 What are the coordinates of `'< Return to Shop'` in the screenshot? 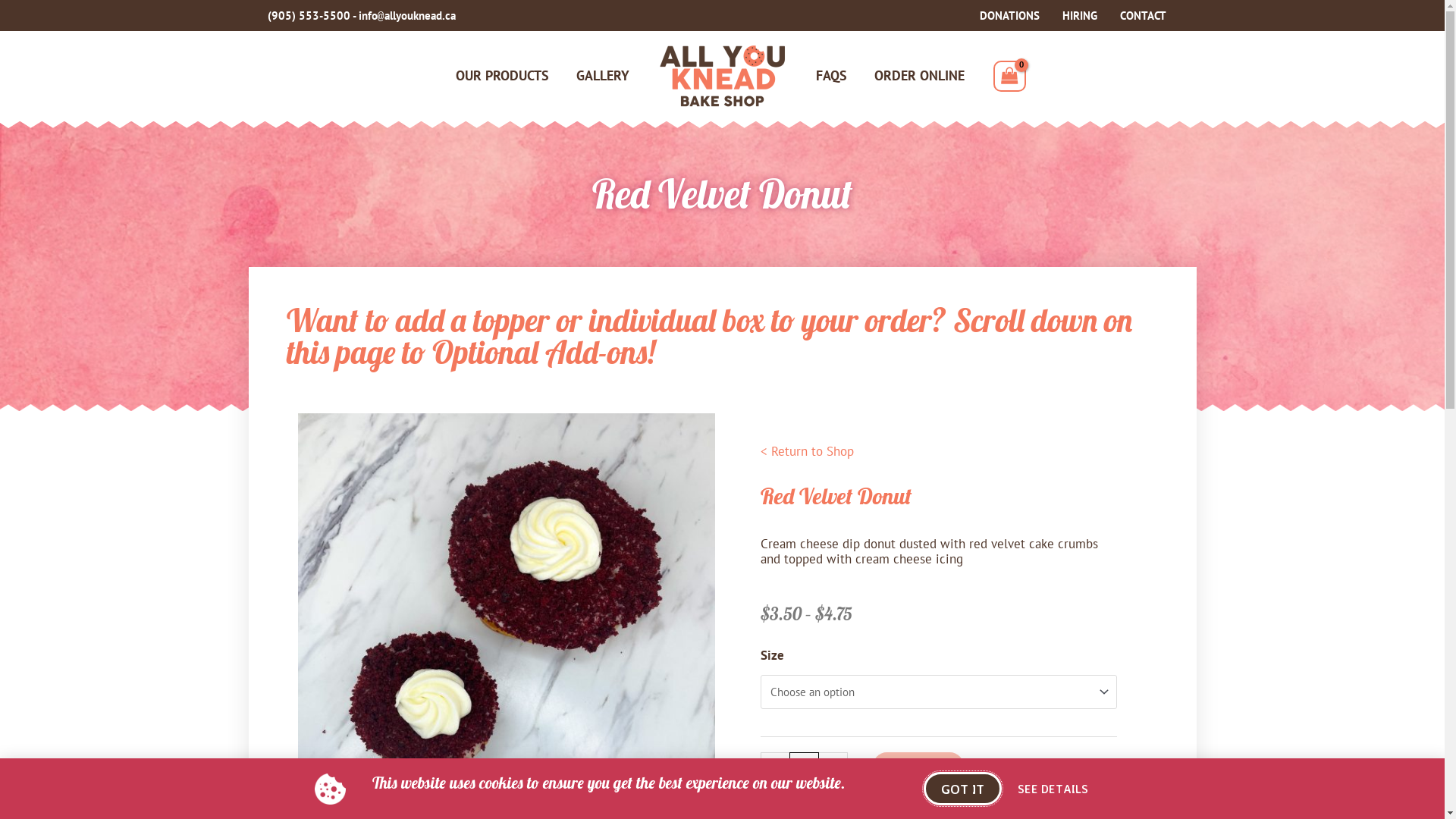 It's located at (805, 450).